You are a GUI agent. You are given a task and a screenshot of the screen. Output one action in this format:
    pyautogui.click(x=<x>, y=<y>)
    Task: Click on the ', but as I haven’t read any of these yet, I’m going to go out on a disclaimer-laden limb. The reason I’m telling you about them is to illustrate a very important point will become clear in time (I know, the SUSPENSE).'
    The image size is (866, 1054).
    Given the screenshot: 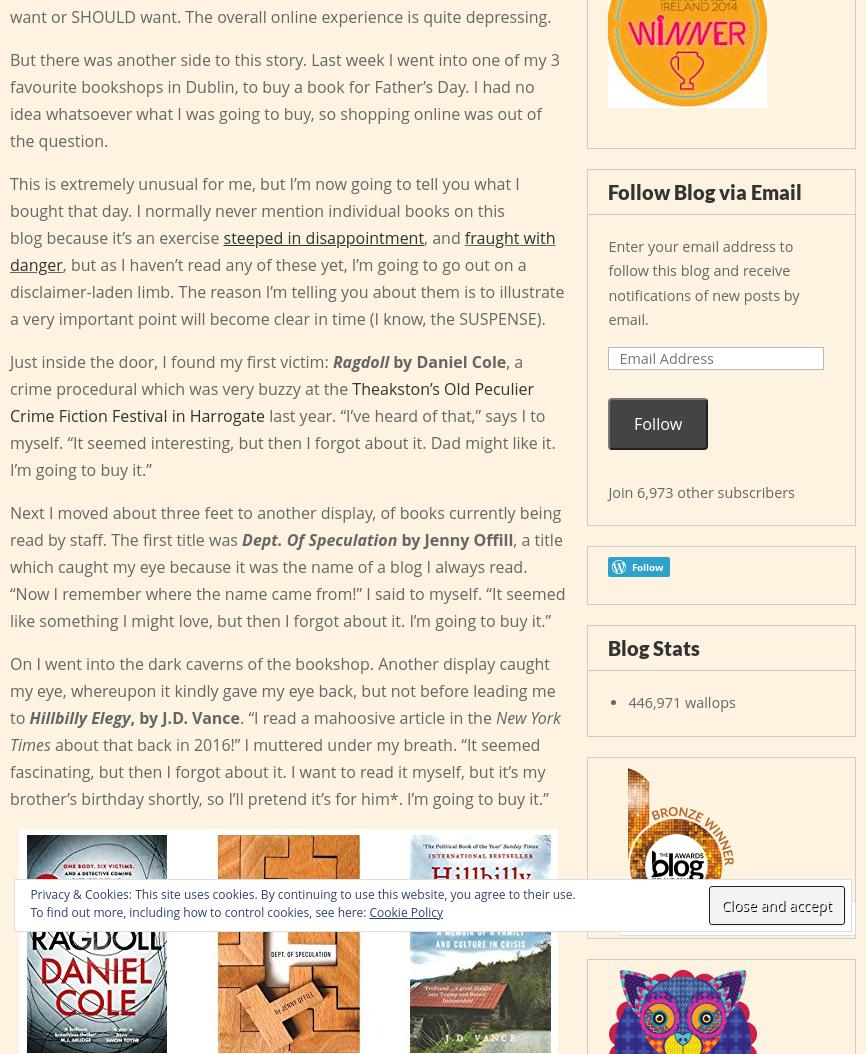 What is the action you would take?
    pyautogui.click(x=9, y=290)
    